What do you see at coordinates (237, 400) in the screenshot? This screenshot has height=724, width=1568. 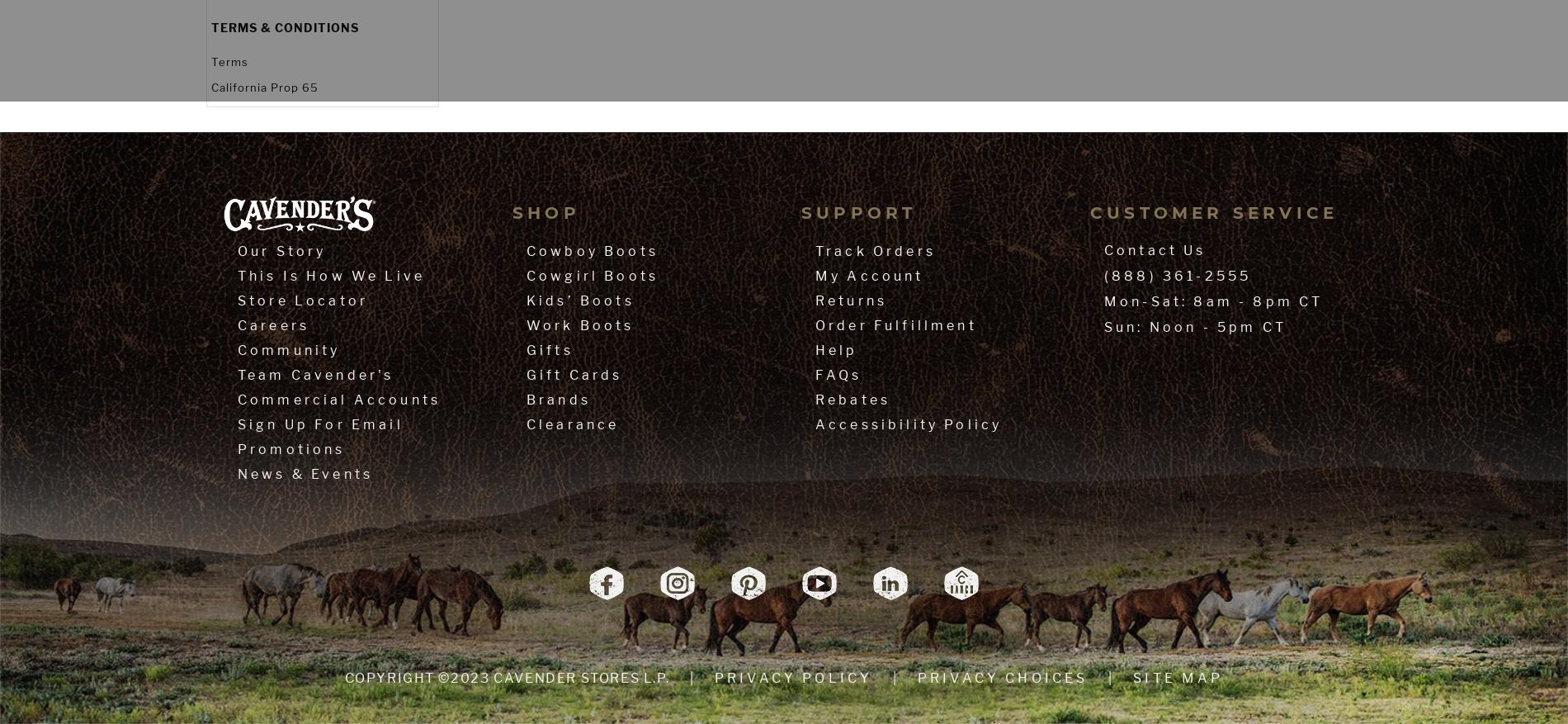 I see `'Commercial Accounts'` at bounding box center [237, 400].